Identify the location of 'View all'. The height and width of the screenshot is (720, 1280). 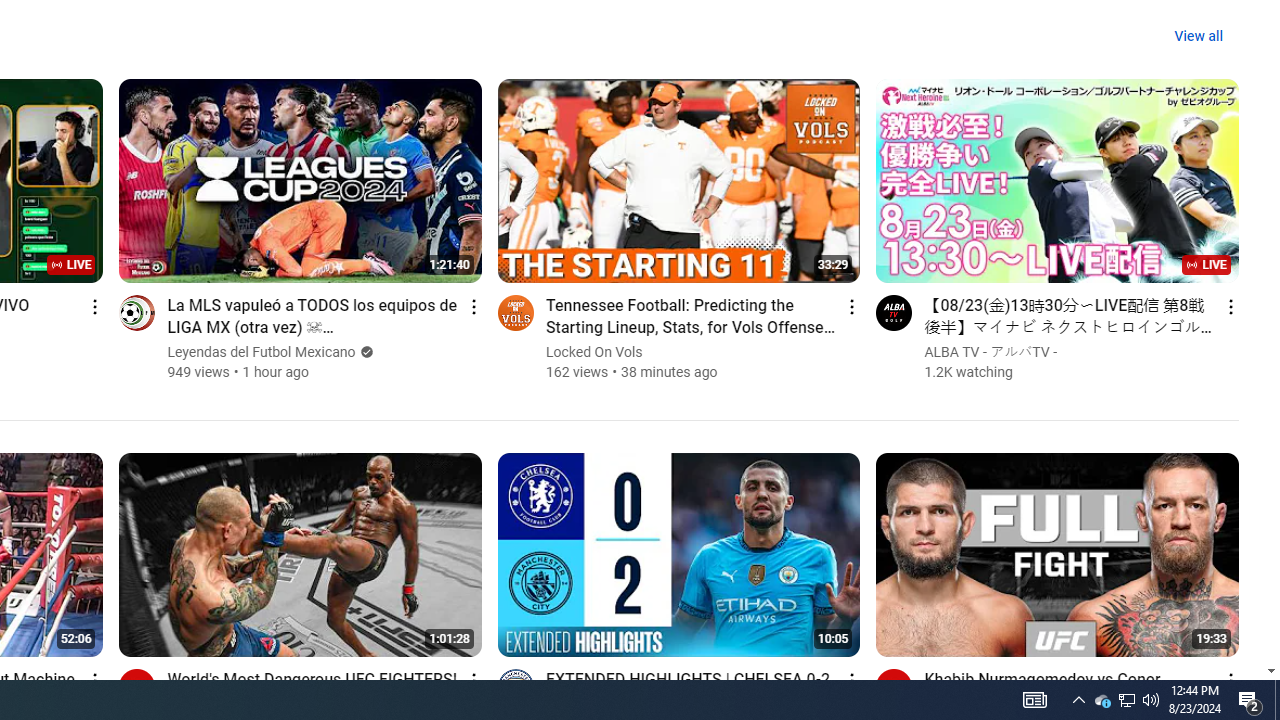
(1198, 36).